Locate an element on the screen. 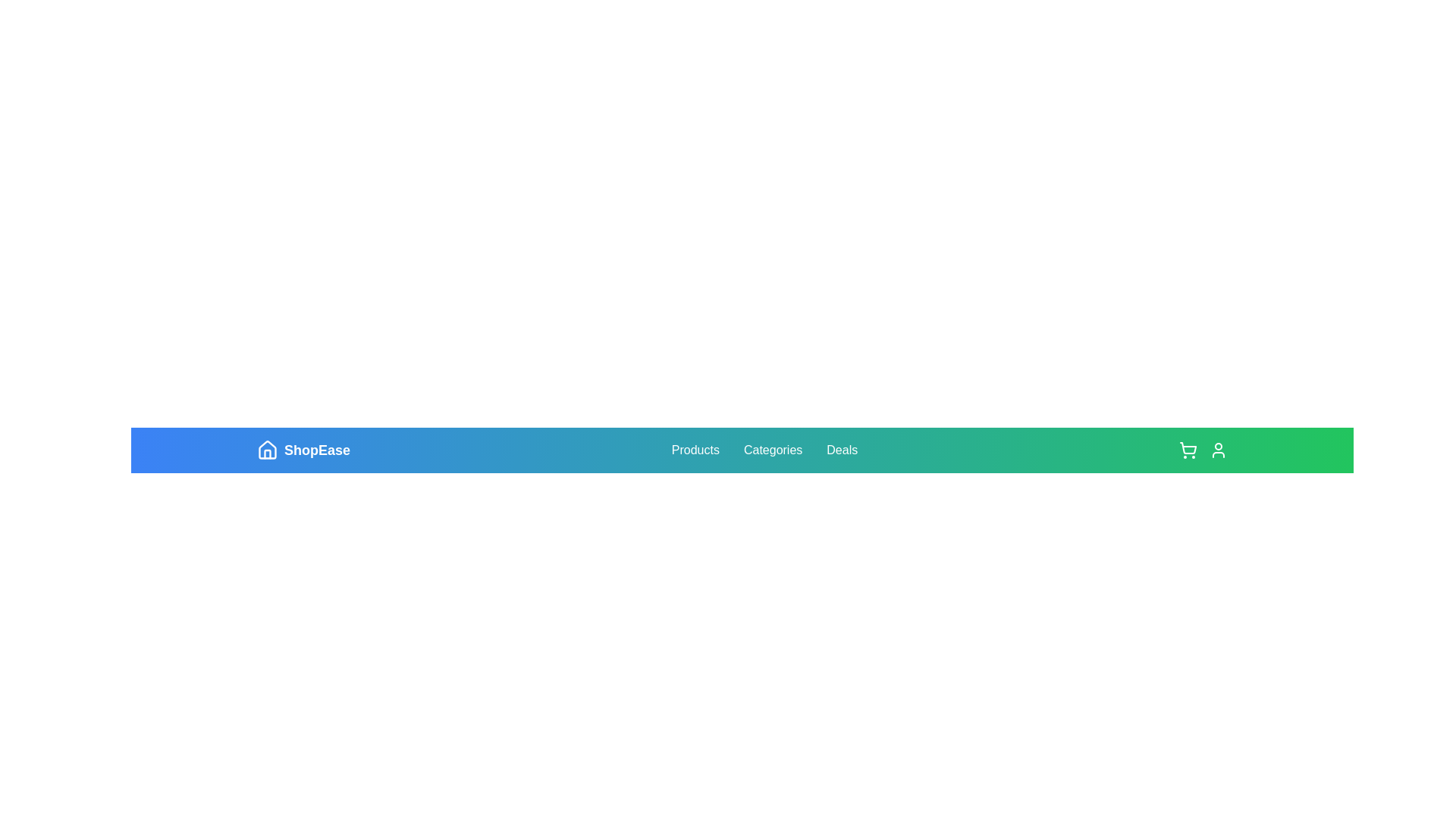 This screenshot has width=1456, height=819. the hyperlink labeled 'Deals' in the navigation group is located at coordinates (841, 450).